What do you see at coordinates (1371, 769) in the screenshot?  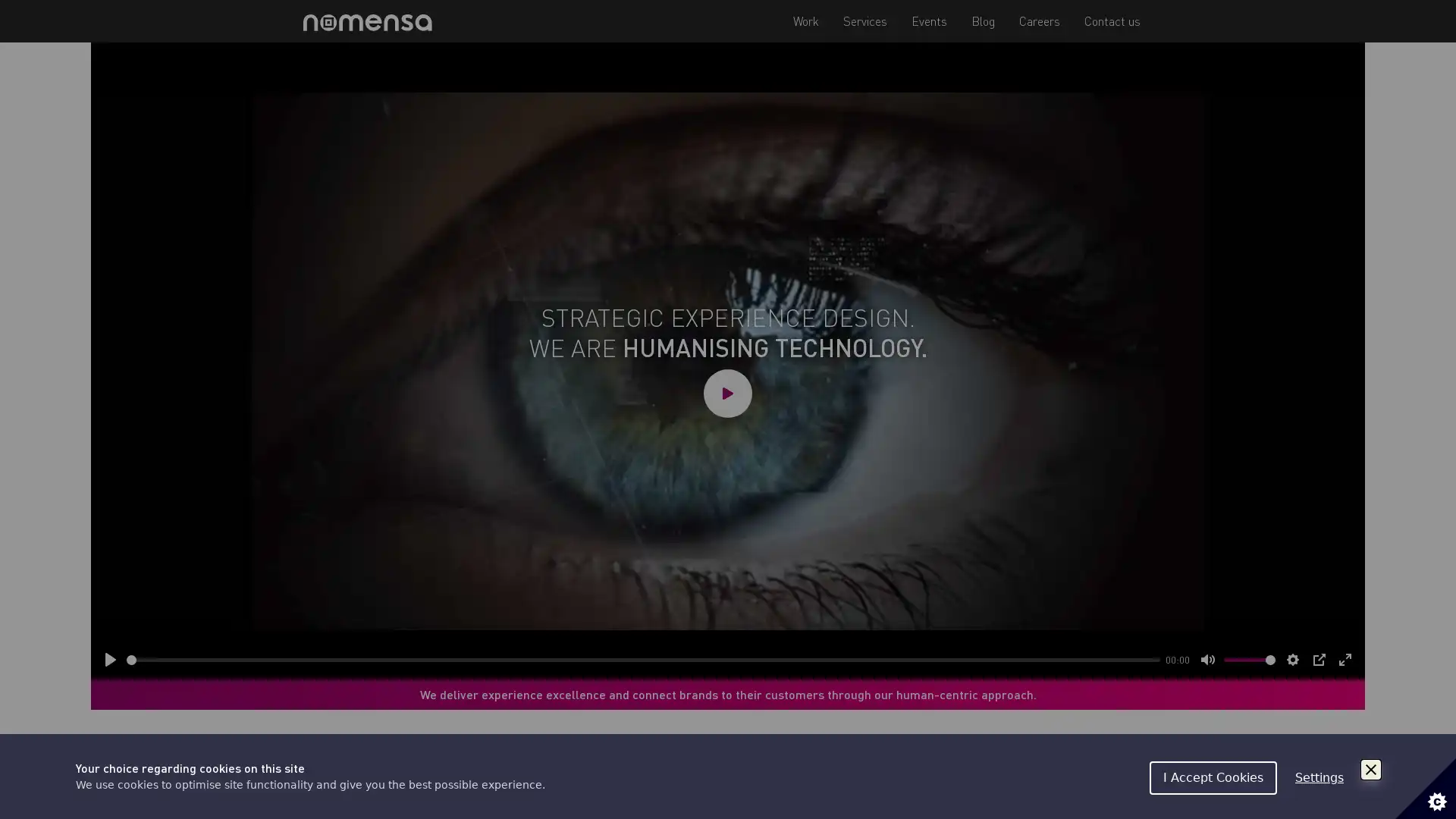 I see `Close Cookie Control` at bounding box center [1371, 769].